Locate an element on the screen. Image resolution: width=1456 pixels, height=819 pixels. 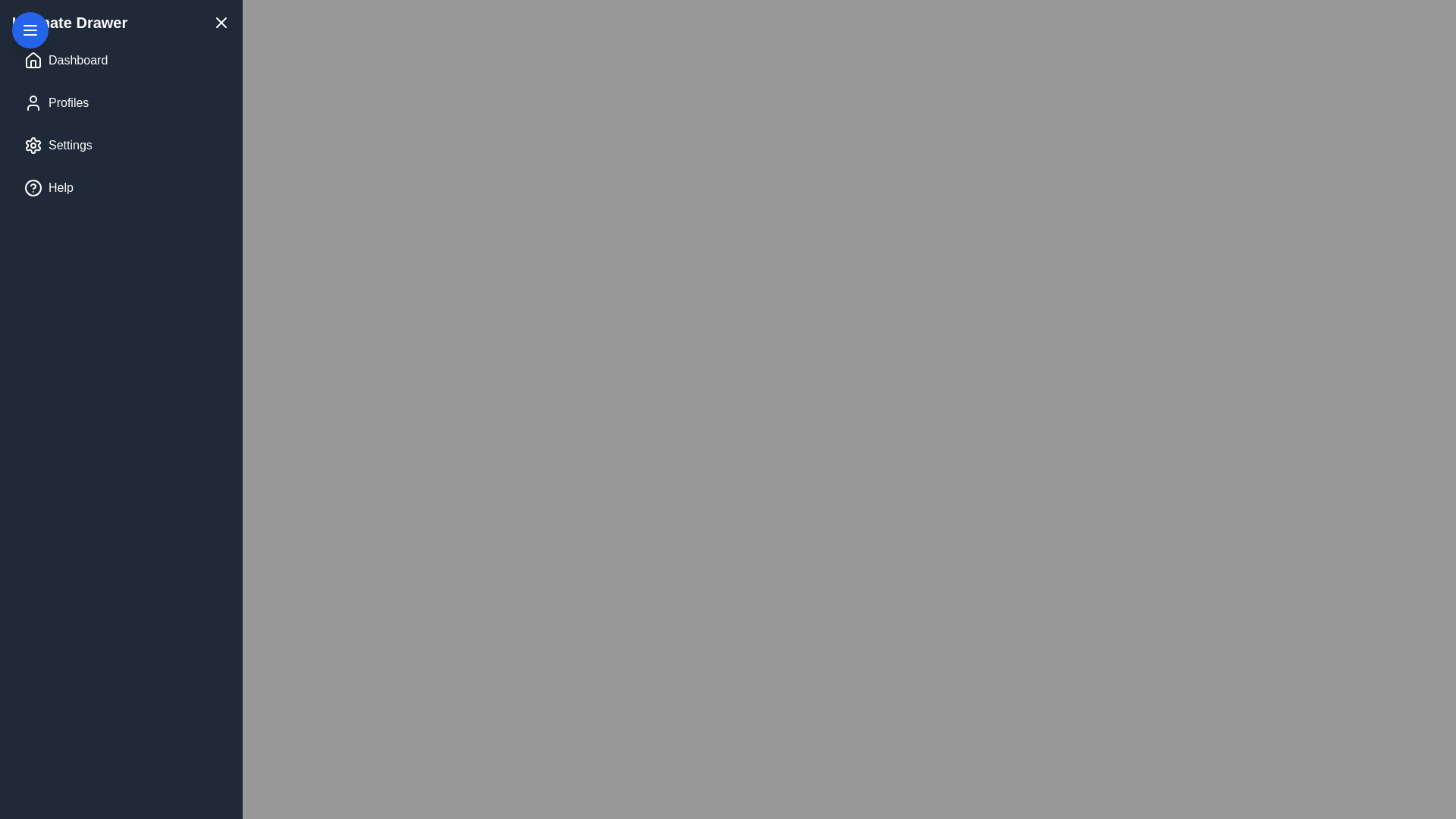
the third menu item in the vertical list within the sidebar is located at coordinates (120, 146).